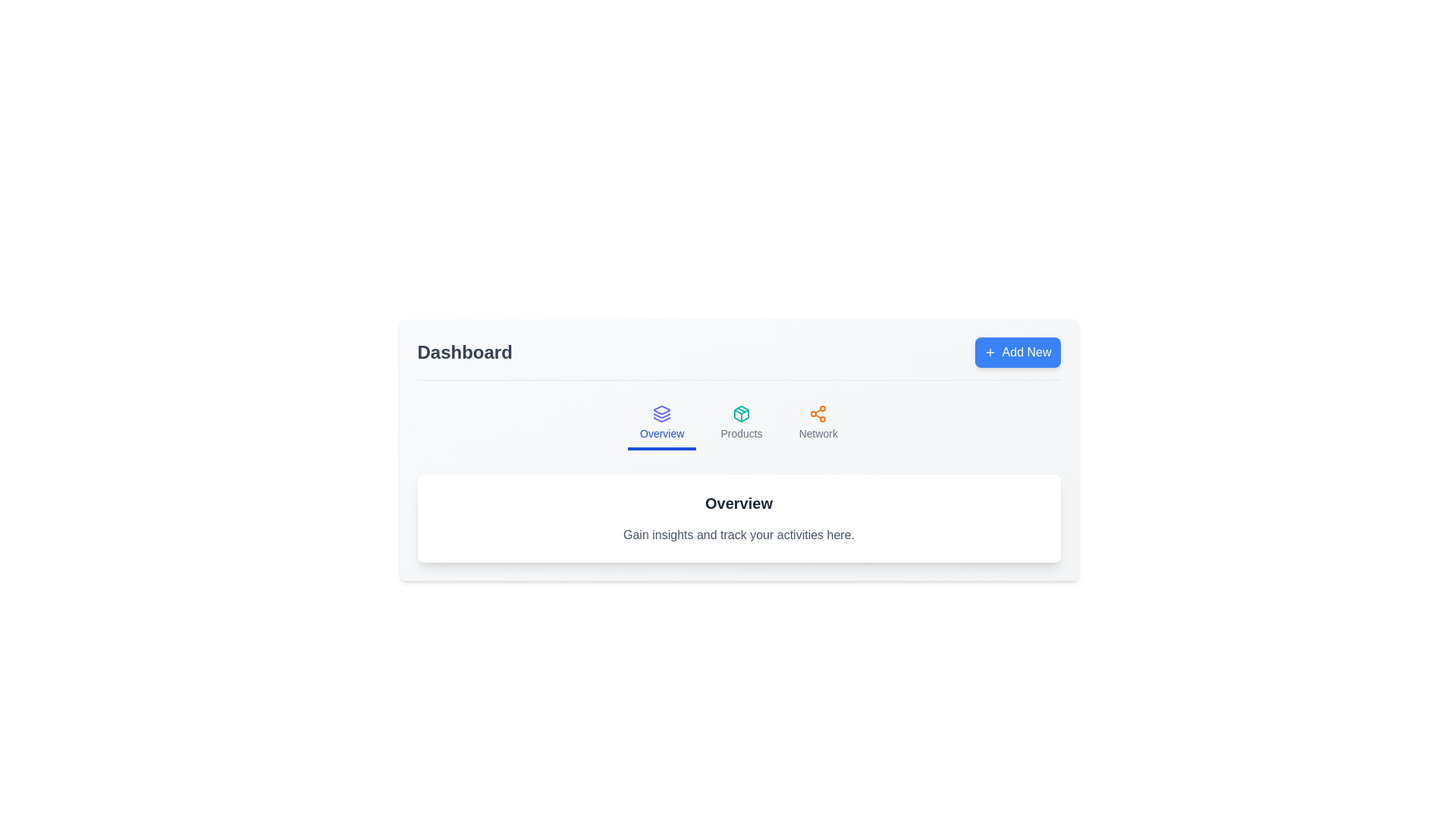 This screenshot has height=819, width=1456. What do you see at coordinates (742, 424) in the screenshot?
I see `the Products tab` at bounding box center [742, 424].